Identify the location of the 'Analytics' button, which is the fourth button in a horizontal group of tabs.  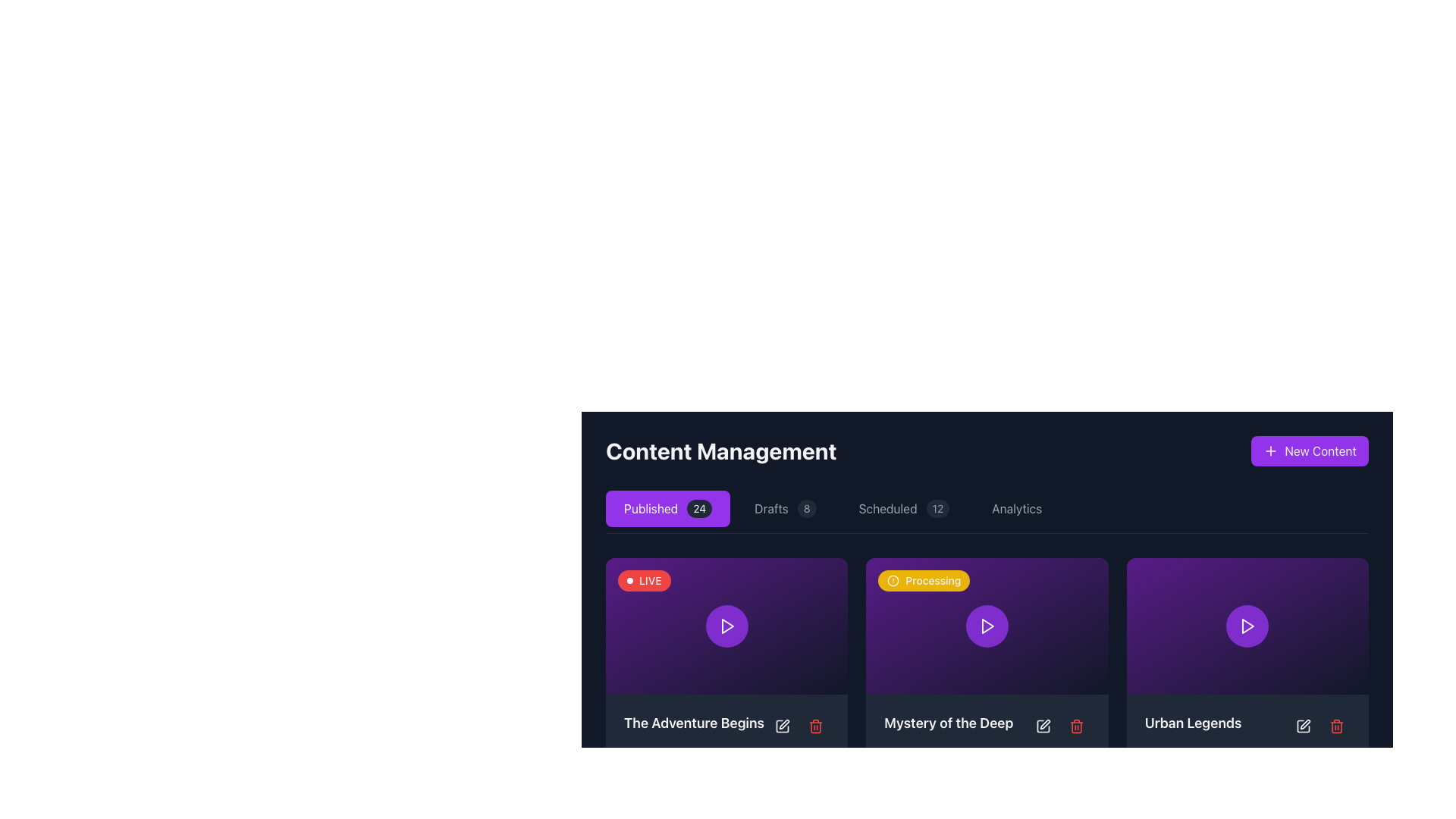
(1017, 509).